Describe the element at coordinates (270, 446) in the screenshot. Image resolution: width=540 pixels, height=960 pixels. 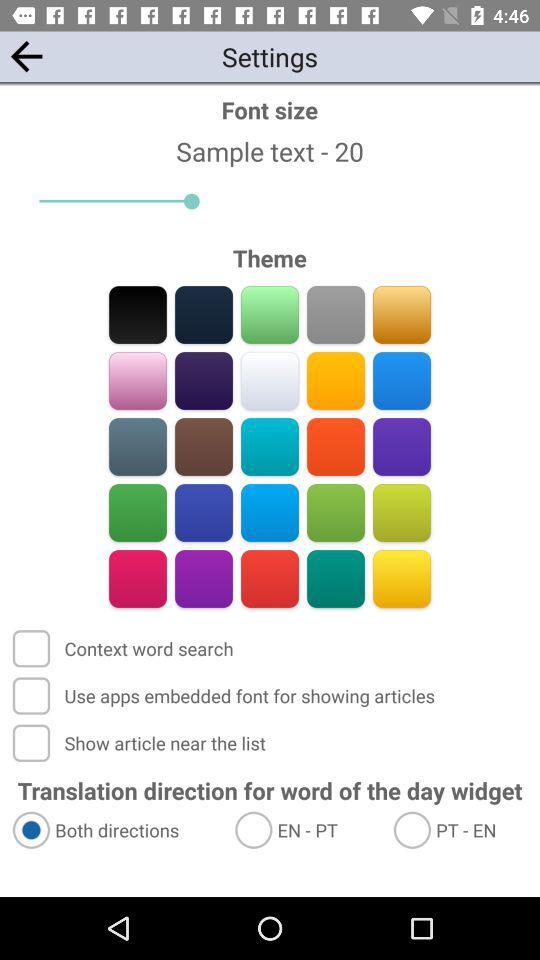
I see `go do couler` at that location.